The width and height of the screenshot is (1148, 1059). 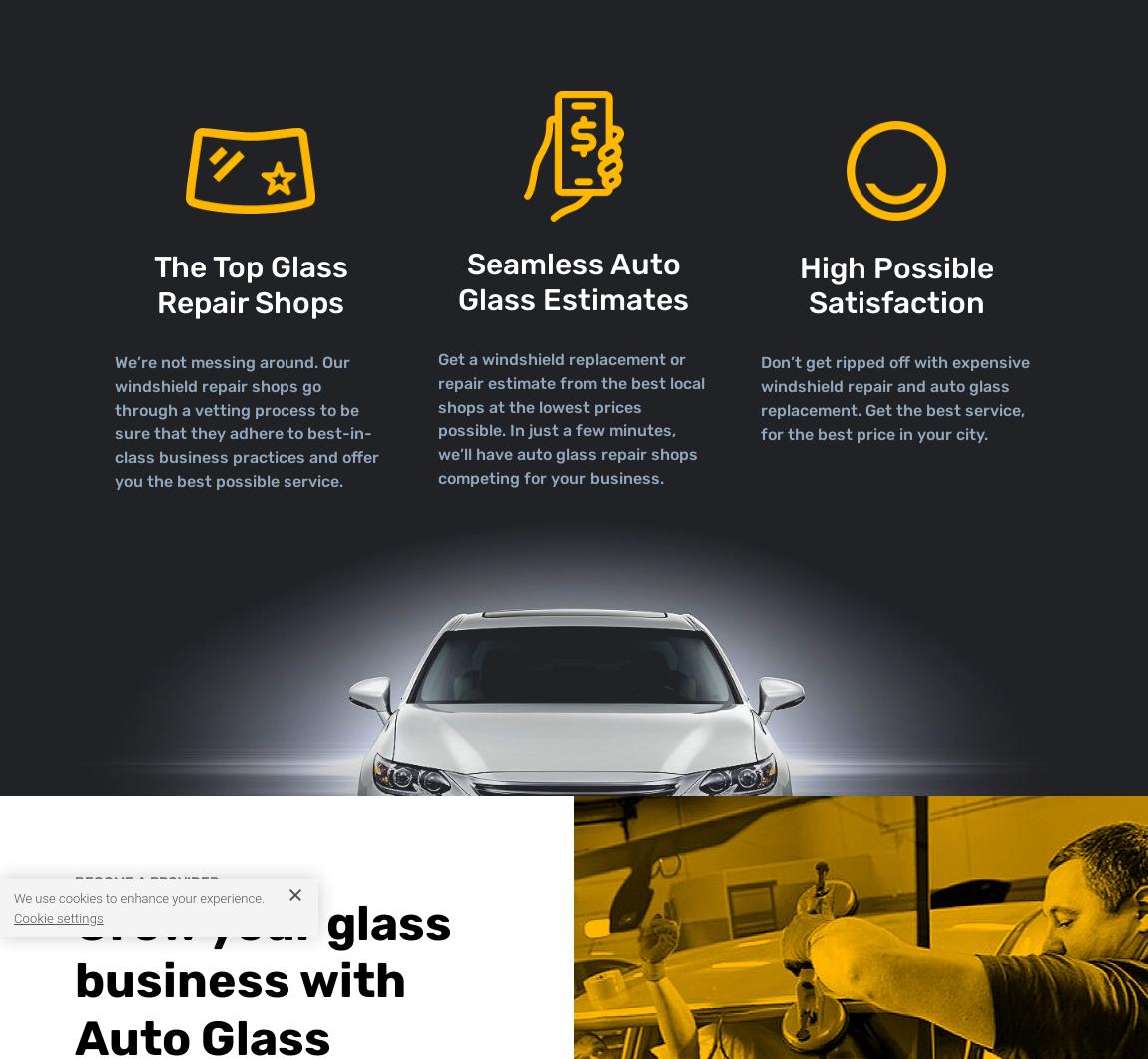 What do you see at coordinates (250, 301) in the screenshot?
I see `'Repair Shops'` at bounding box center [250, 301].